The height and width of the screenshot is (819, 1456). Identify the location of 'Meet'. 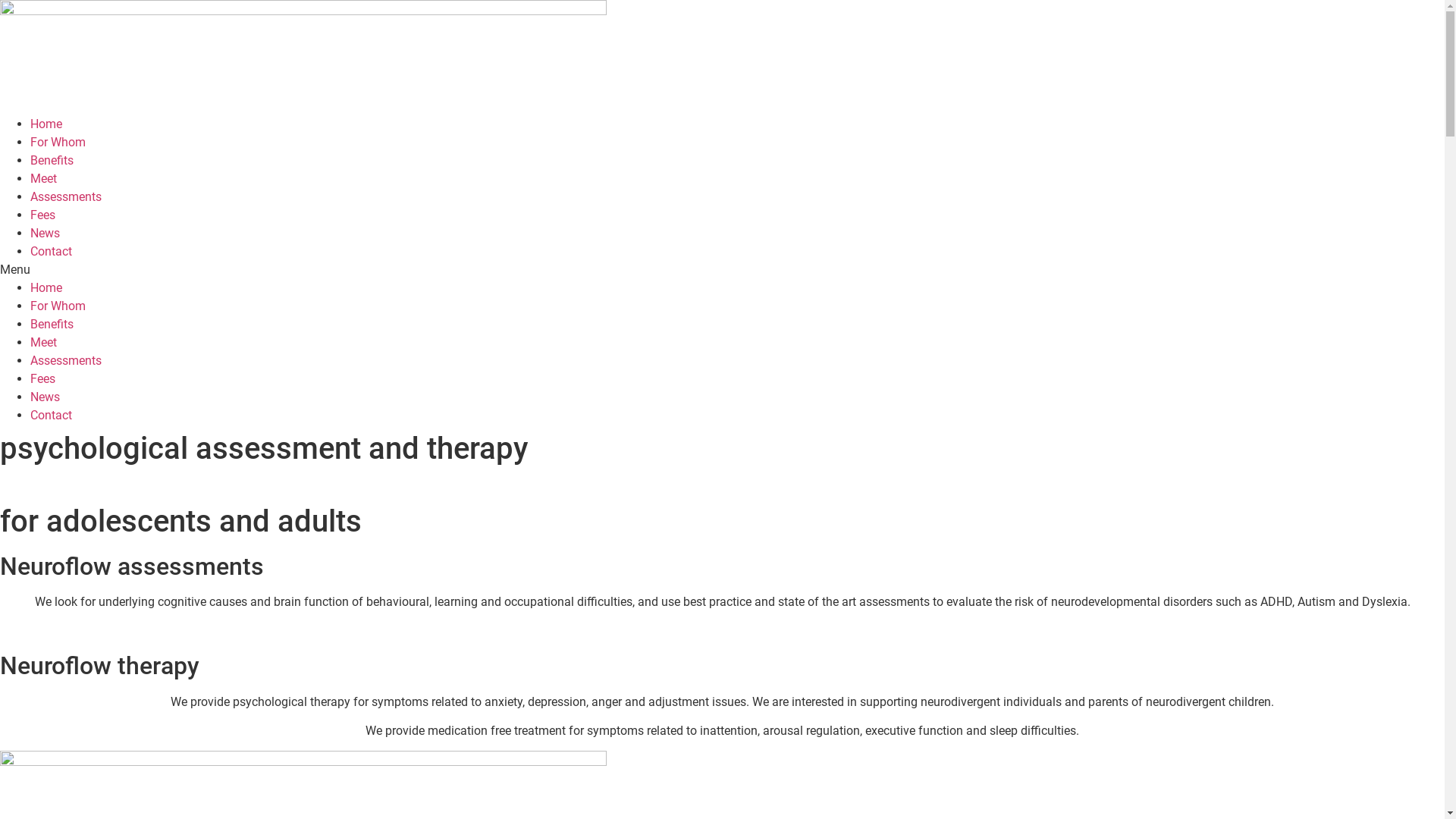
(43, 342).